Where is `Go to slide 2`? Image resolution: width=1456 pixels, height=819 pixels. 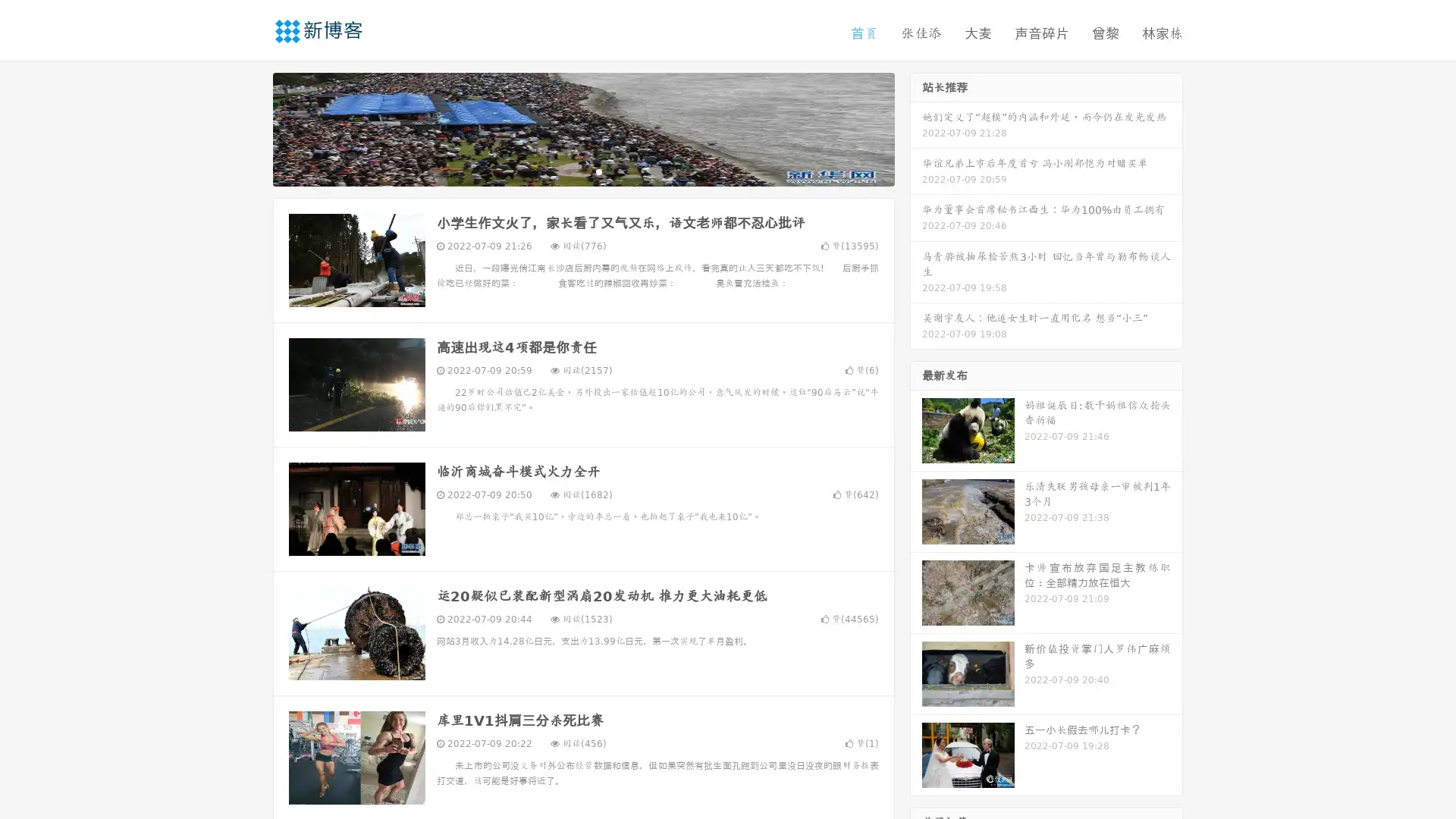
Go to slide 2 is located at coordinates (582, 171).